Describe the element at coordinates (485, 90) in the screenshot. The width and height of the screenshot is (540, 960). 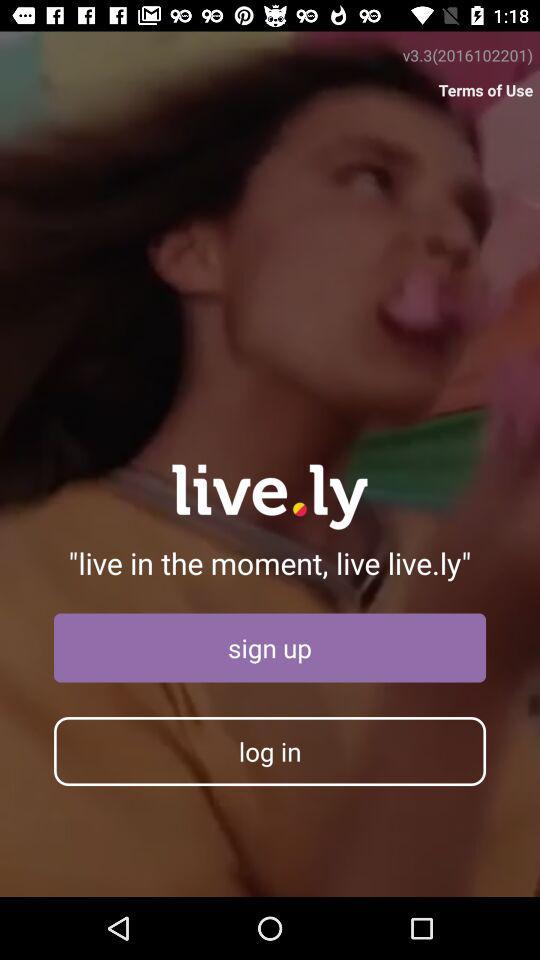
I see `icon above the live in the item` at that location.